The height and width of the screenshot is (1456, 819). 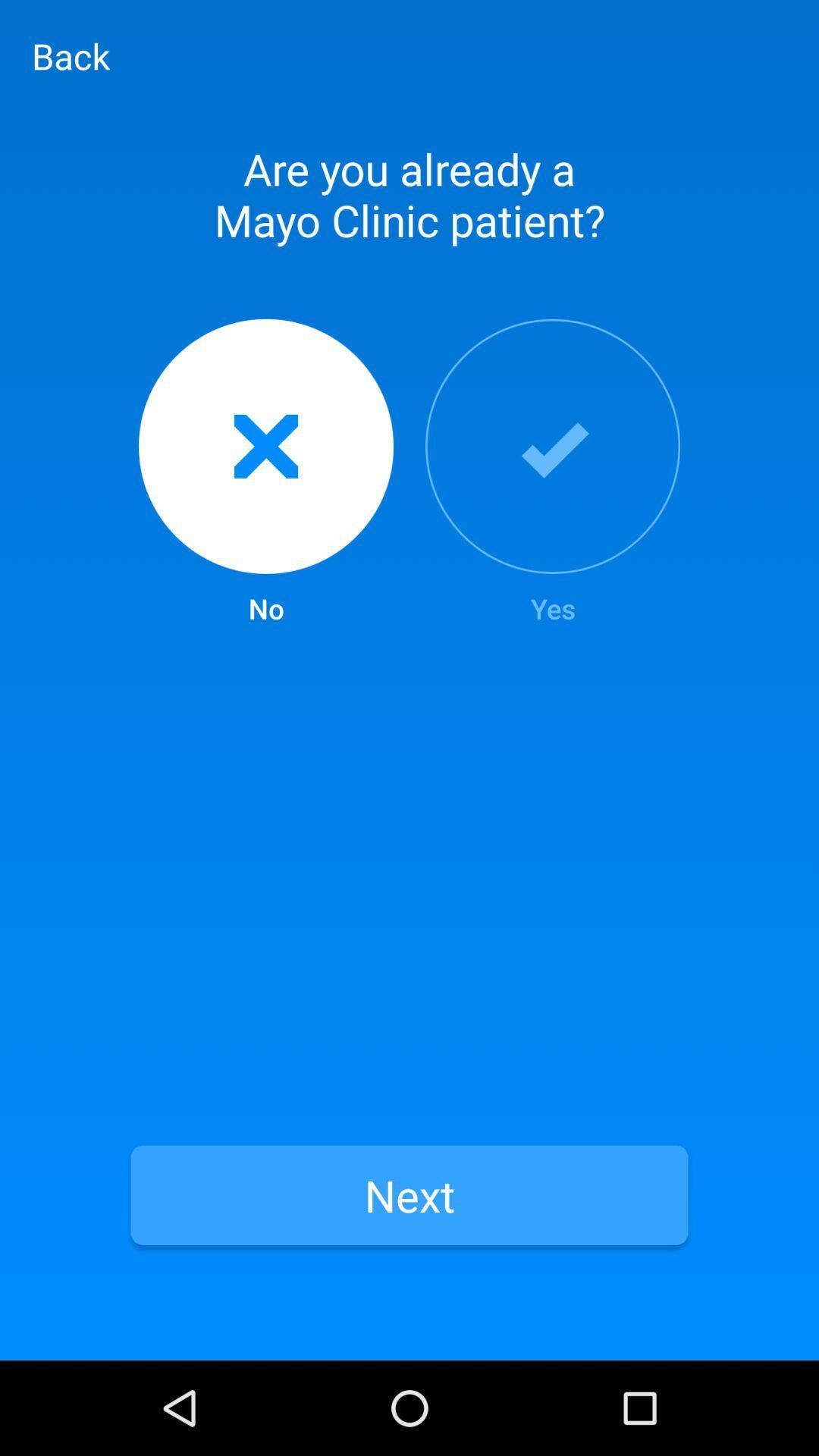 What do you see at coordinates (553, 472) in the screenshot?
I see `the yes at the top right corner` at bounding box center [553, 472].